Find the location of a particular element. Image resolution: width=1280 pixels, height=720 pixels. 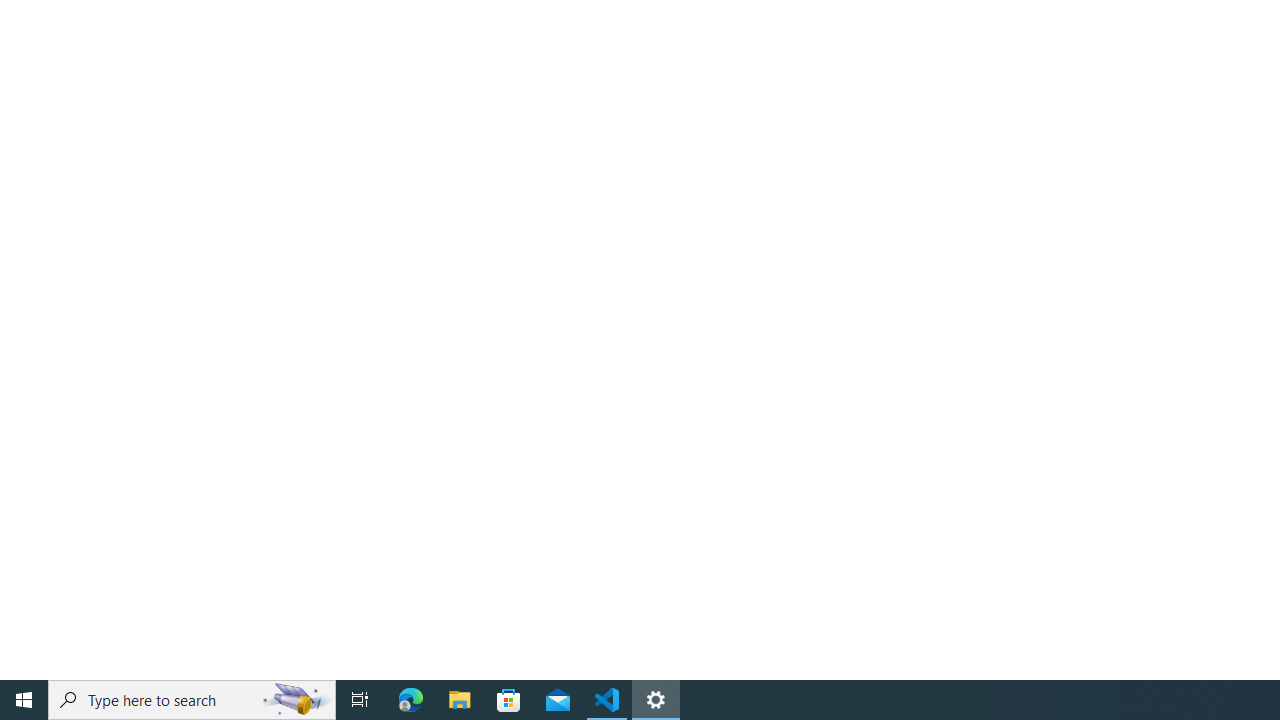

'Microsoft Edge' is located at coordinates (410, 698).